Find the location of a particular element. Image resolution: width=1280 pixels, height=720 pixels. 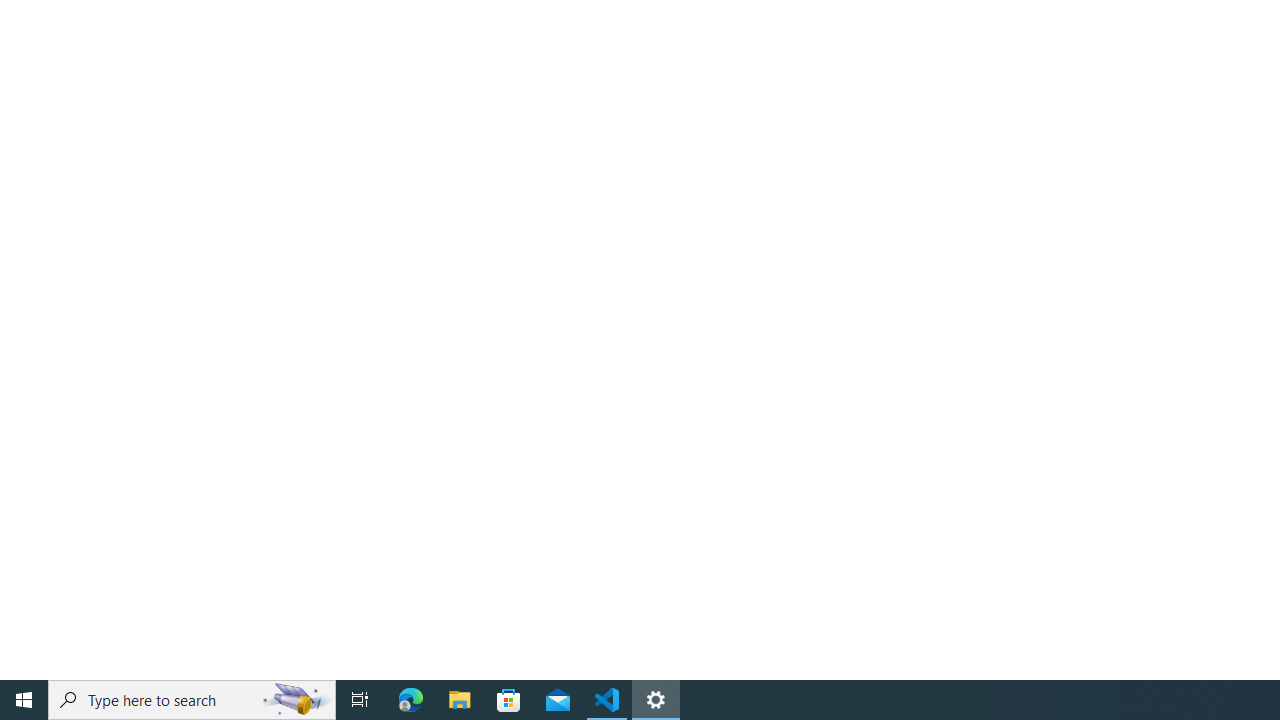

'Microsoft Edge' is located at coordinates (410, 698).